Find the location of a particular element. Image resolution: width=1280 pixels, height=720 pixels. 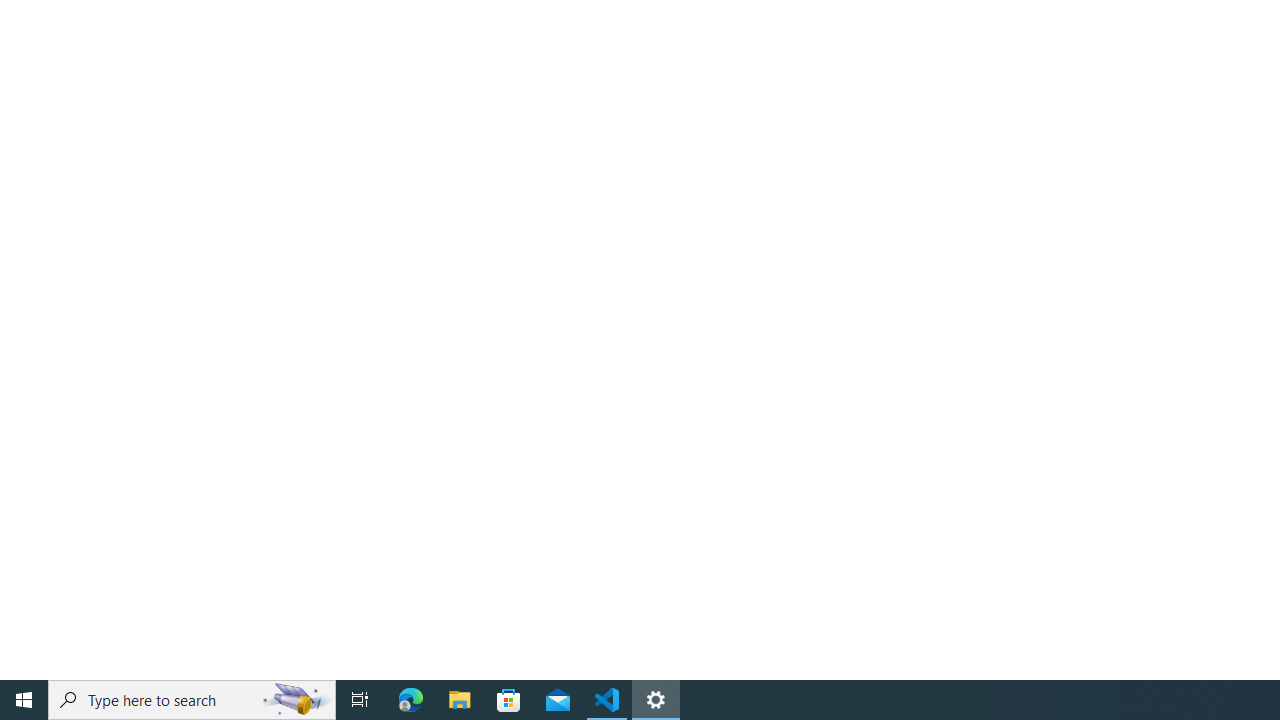

'Microsoft Edge' is located at coordinates (410, 698).